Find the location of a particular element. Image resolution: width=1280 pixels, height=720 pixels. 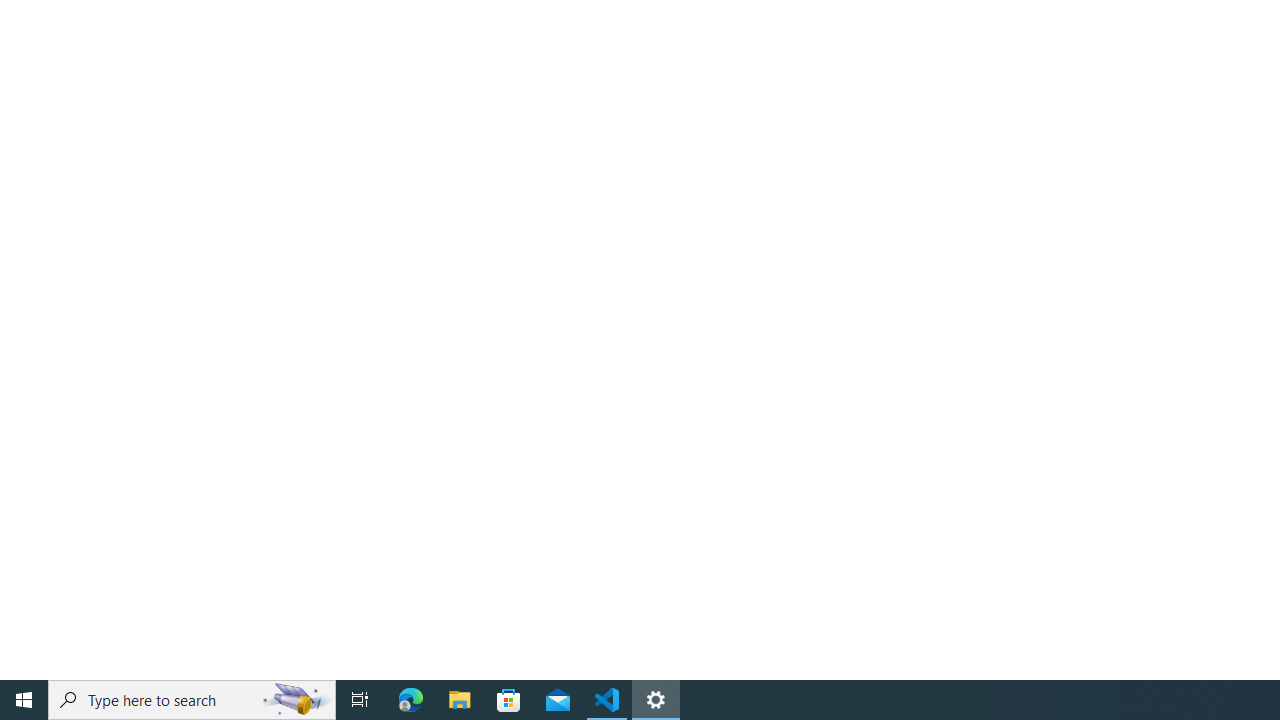

'Microsoft Edge' is located at coordinates (410, 698).